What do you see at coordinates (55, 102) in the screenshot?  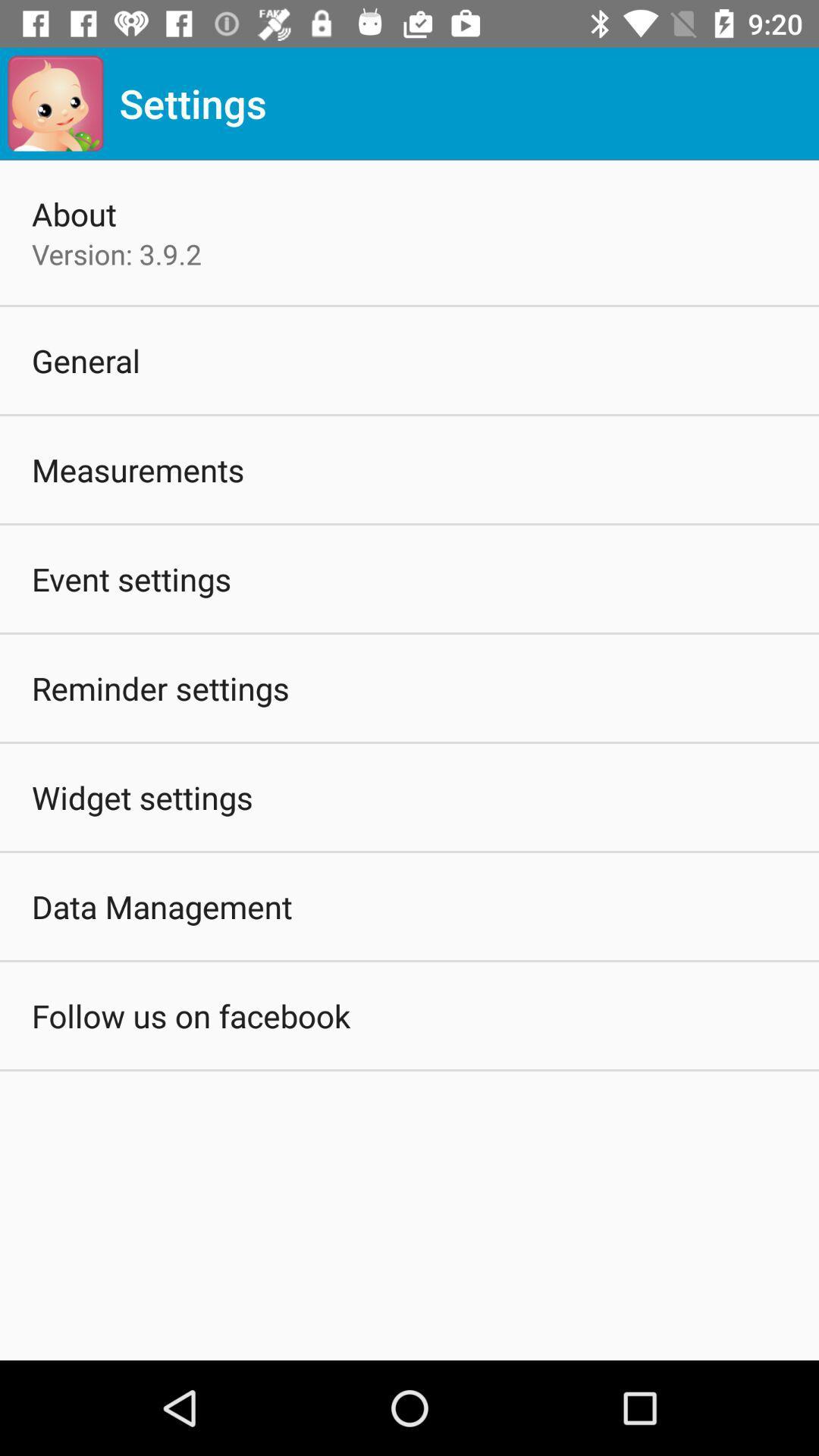 I see `the icon above about app` at bounding box center [55, 102].